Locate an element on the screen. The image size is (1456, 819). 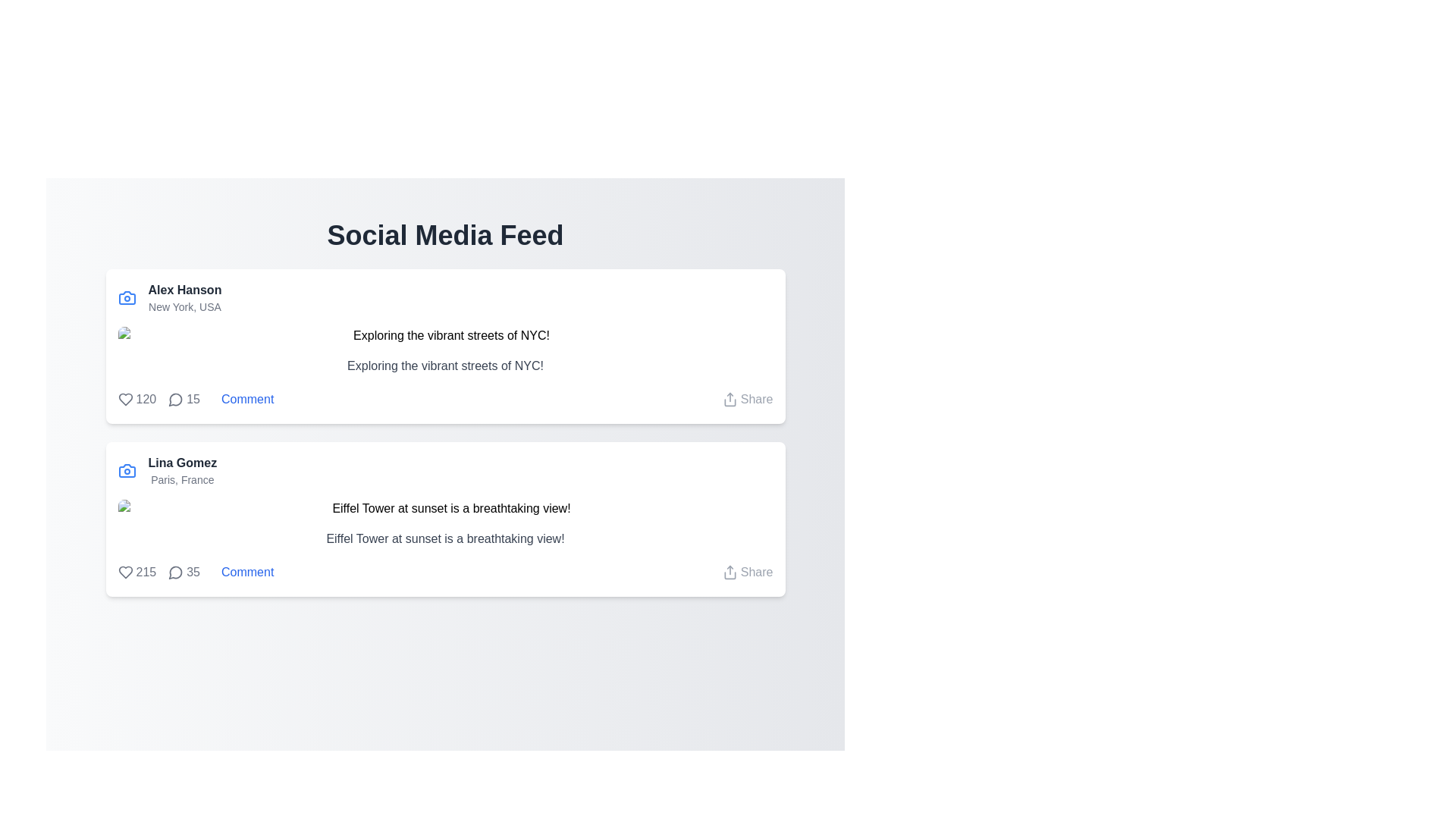
the 'Comment' button with blue text, which is the last element in the horizontal arrangement of icons in the post by 'Lina Gomez' is located at coordinates (247, 573).